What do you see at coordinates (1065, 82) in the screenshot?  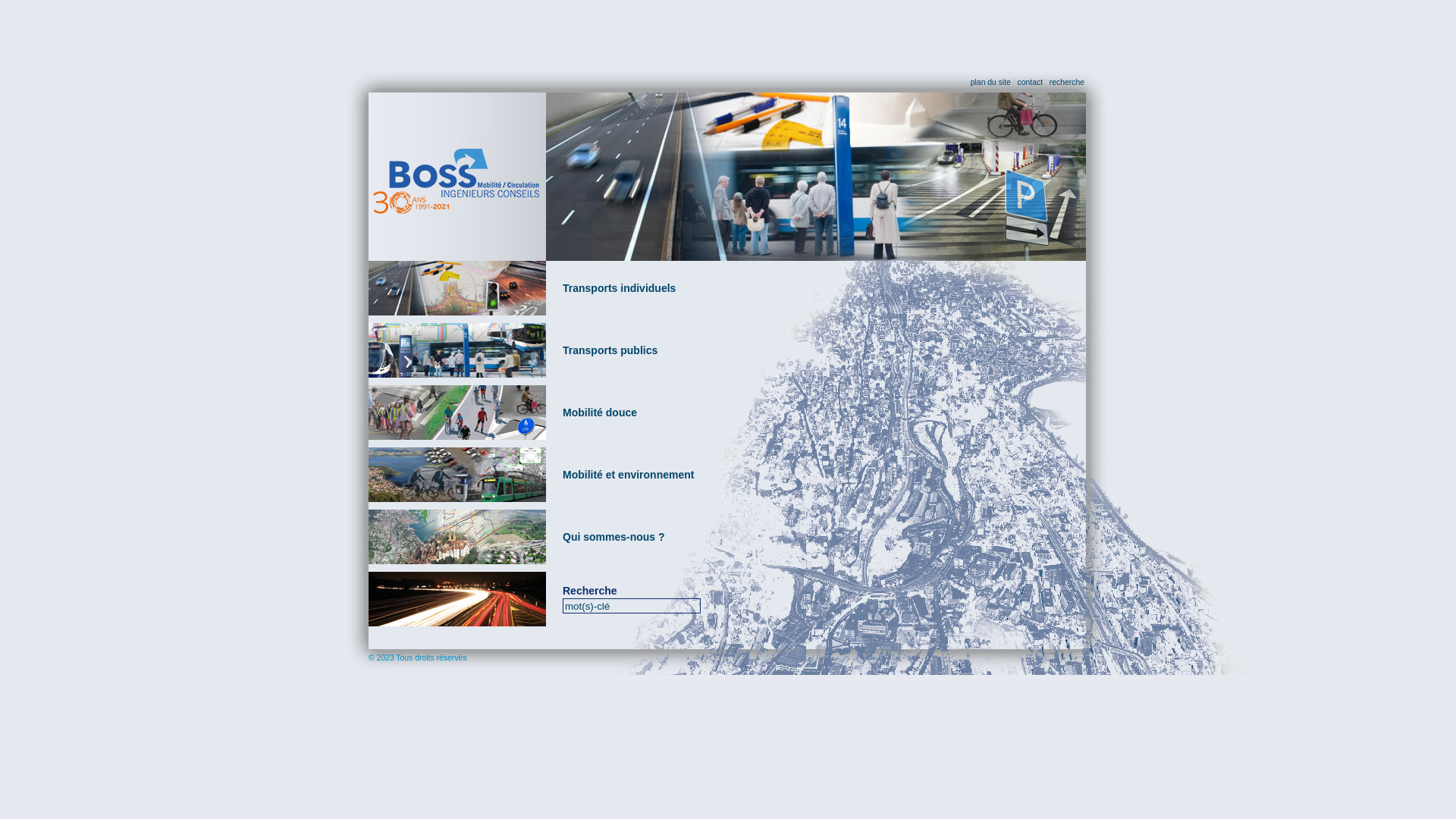 I see `'recherche'` at bounding box center [1065, 82].